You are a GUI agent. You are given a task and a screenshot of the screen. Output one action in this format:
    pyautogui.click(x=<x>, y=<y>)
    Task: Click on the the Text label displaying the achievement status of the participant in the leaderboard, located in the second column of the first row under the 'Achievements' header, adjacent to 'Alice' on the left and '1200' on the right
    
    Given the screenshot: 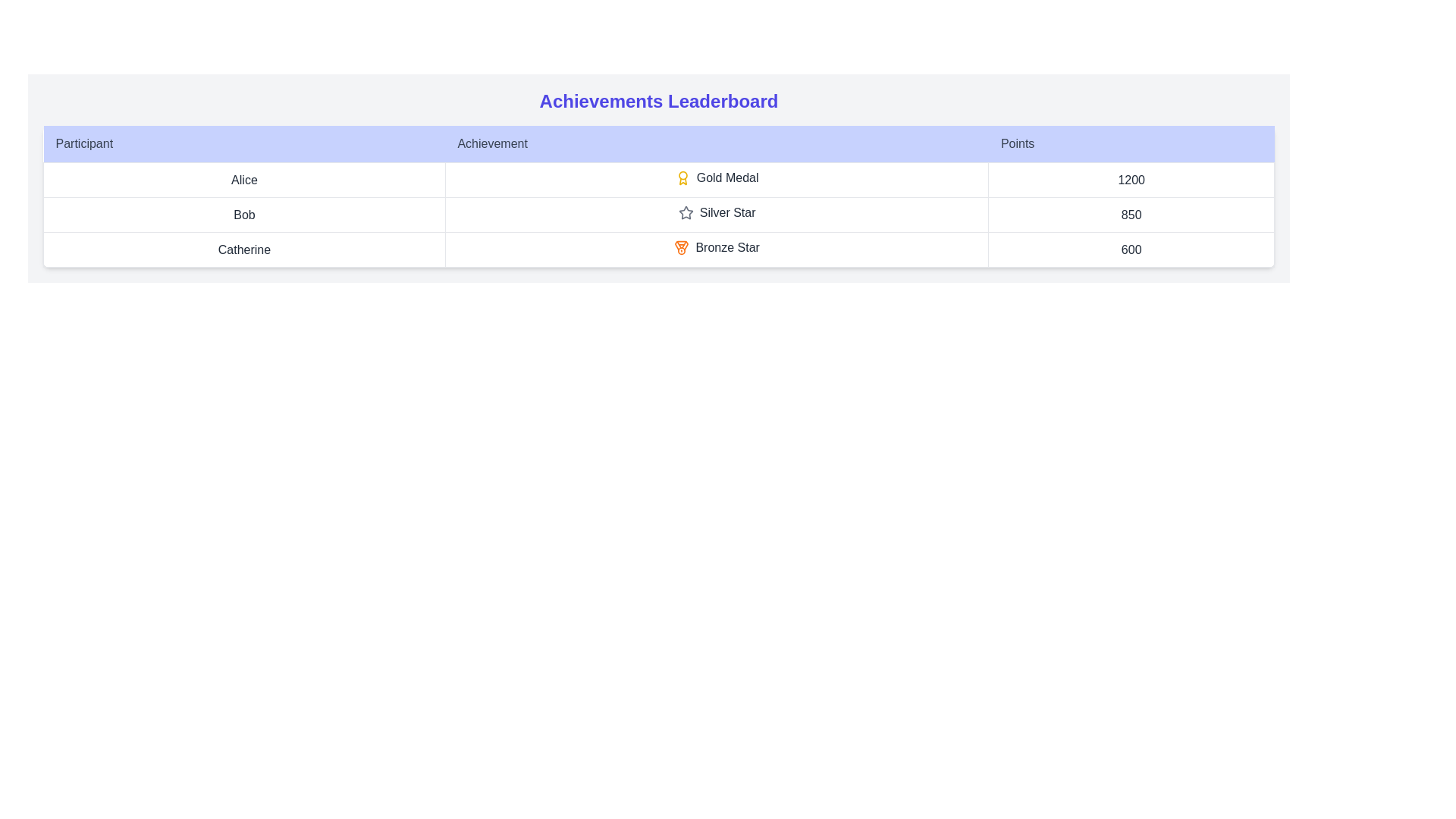 What is the action you would take?
    pyautogui.click(x=716, y=179)
    